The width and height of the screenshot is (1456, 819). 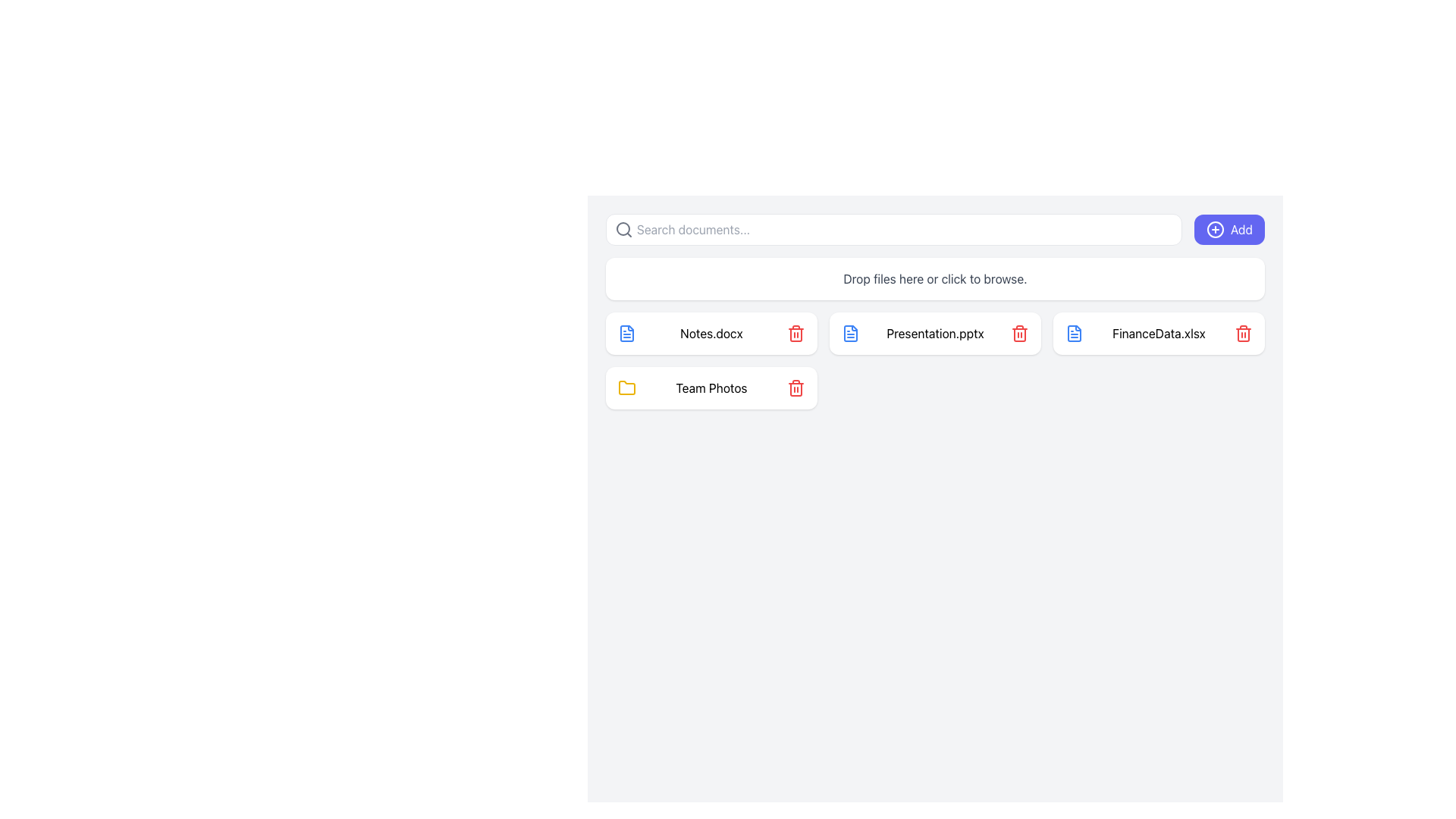 What do you see at coordinates (623, 228) in the screenshot?
I see `the circular shape within the SVG graphic that represents the center of the magnifying glass in the search bar icon` at bounding box center [623, 228].